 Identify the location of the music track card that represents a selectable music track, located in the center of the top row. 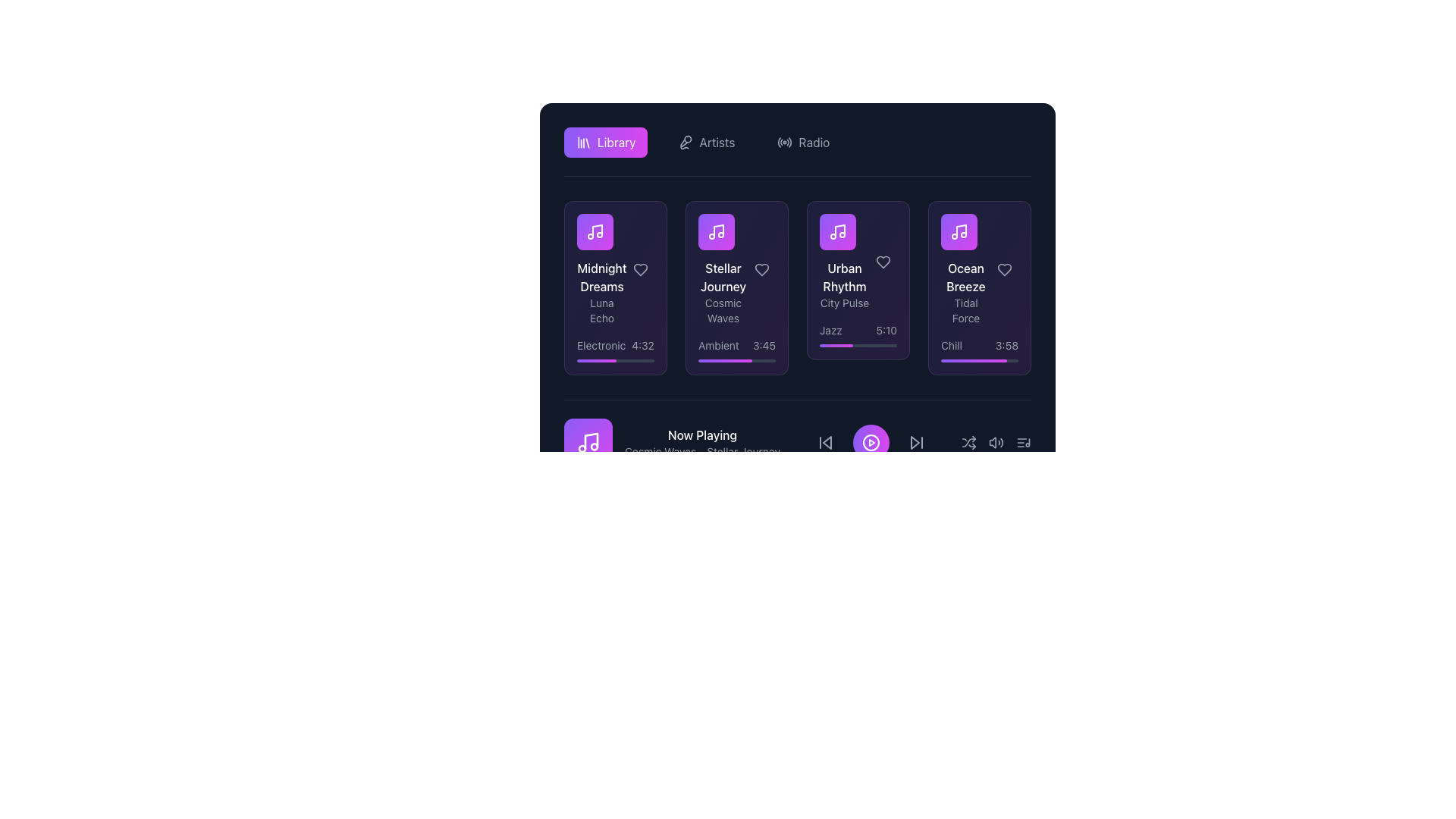
(723, 268).